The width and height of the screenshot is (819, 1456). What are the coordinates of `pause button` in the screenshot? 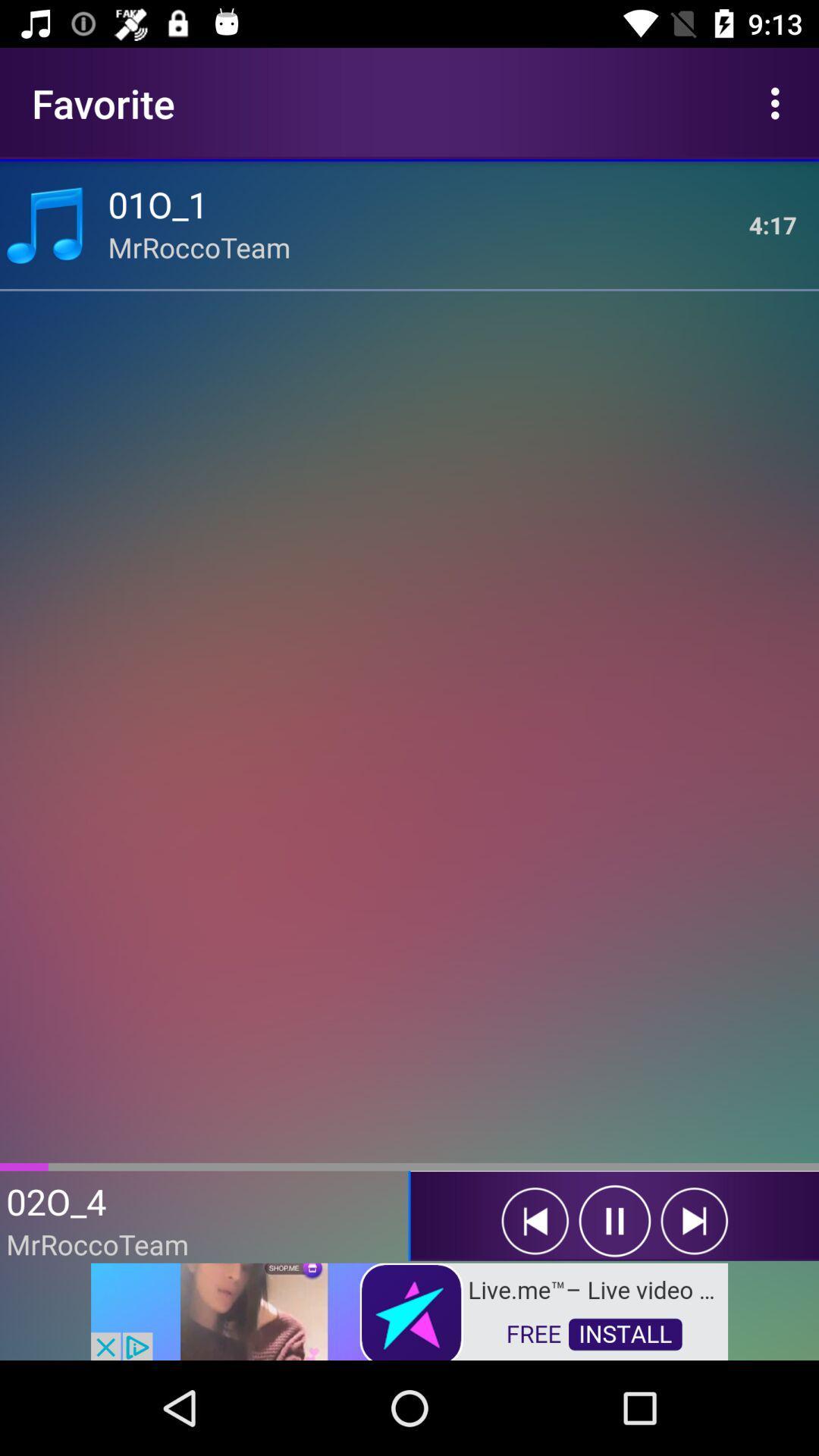 It's located at (614, 1221).